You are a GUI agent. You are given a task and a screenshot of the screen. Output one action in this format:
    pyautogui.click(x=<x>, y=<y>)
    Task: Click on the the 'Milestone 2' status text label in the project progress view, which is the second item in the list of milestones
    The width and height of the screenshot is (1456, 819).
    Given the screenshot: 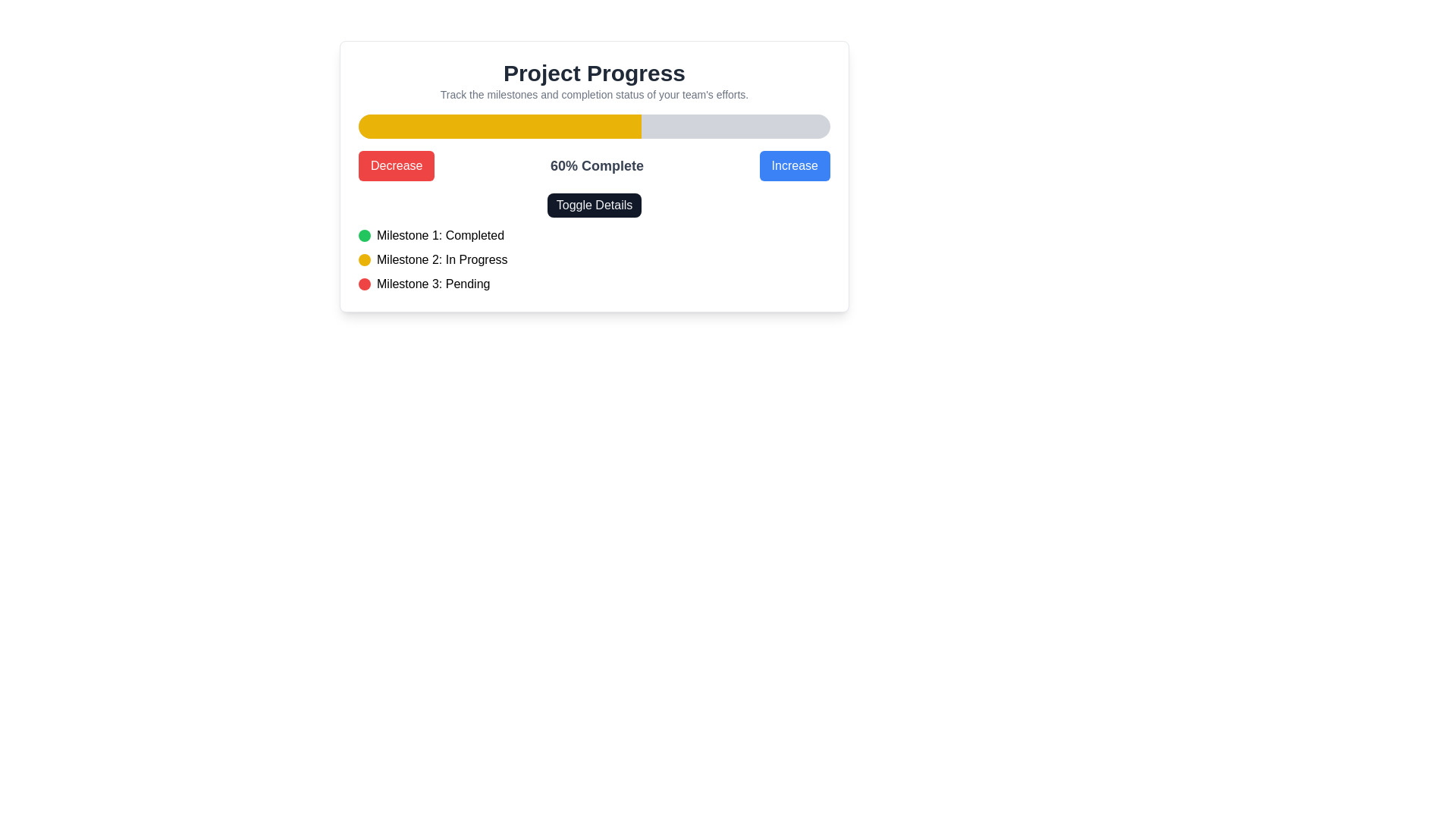 What is the action you would take?
    pyautogui.click(x=441, y=259)
    